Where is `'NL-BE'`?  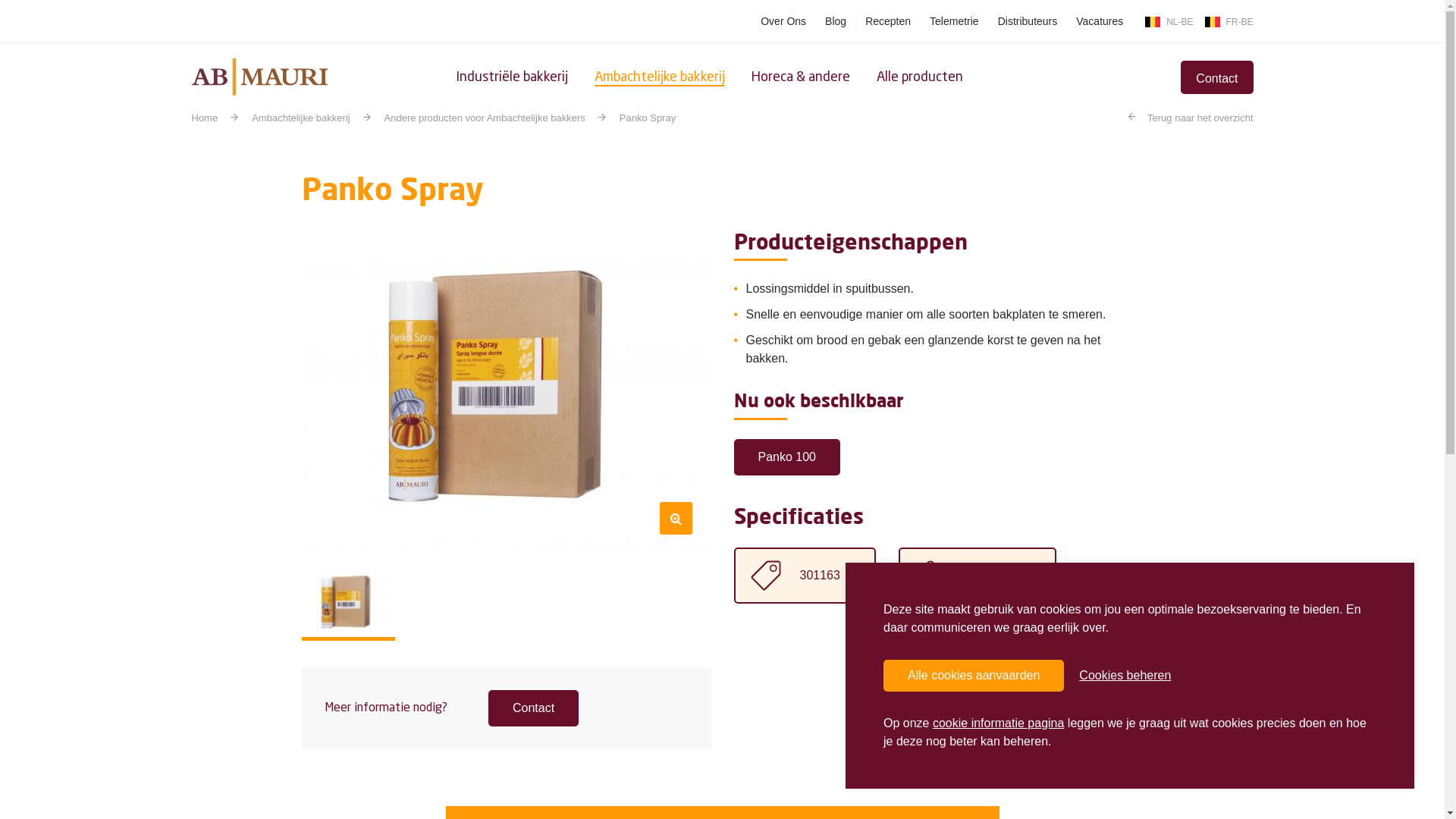
'NL-BE' is located at coordinates (1168, 21).